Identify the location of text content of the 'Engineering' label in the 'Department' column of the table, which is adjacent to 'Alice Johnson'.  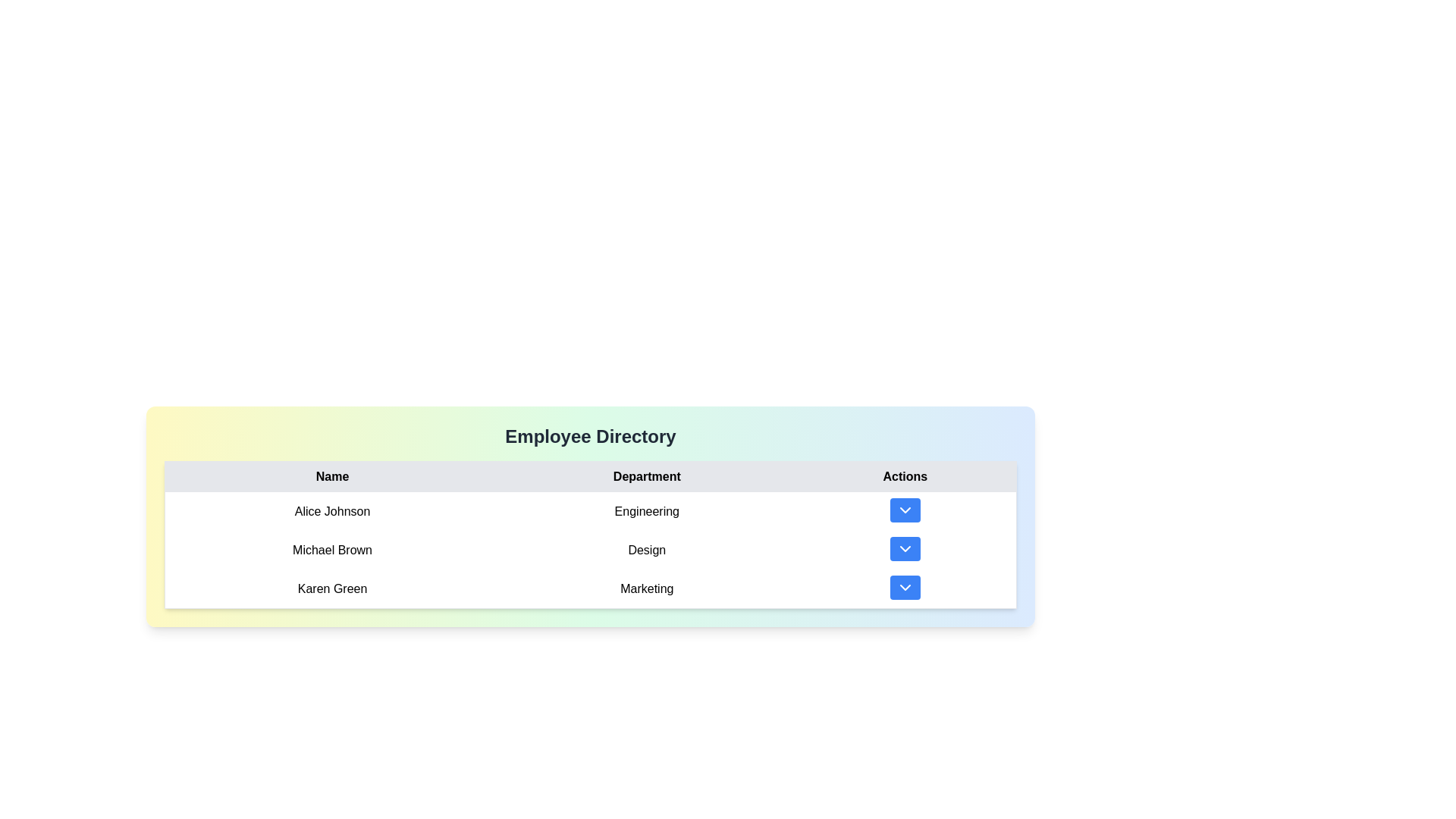
(647, 511).